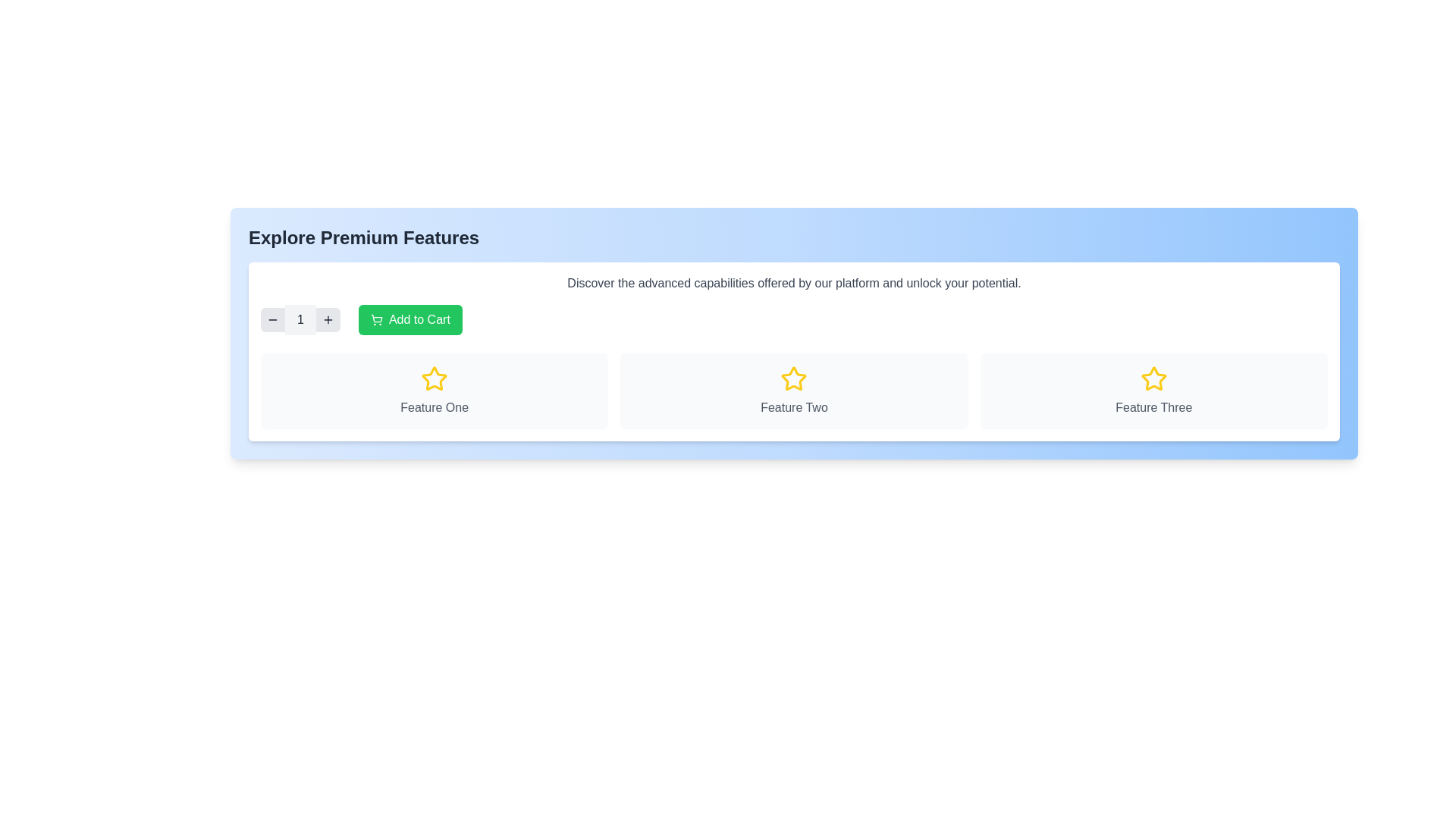 This screenshot has height=819, width=1456. I want to click on the 'Add to Cart' button which contains the graphical shopping cart icon, so click(376, 318).